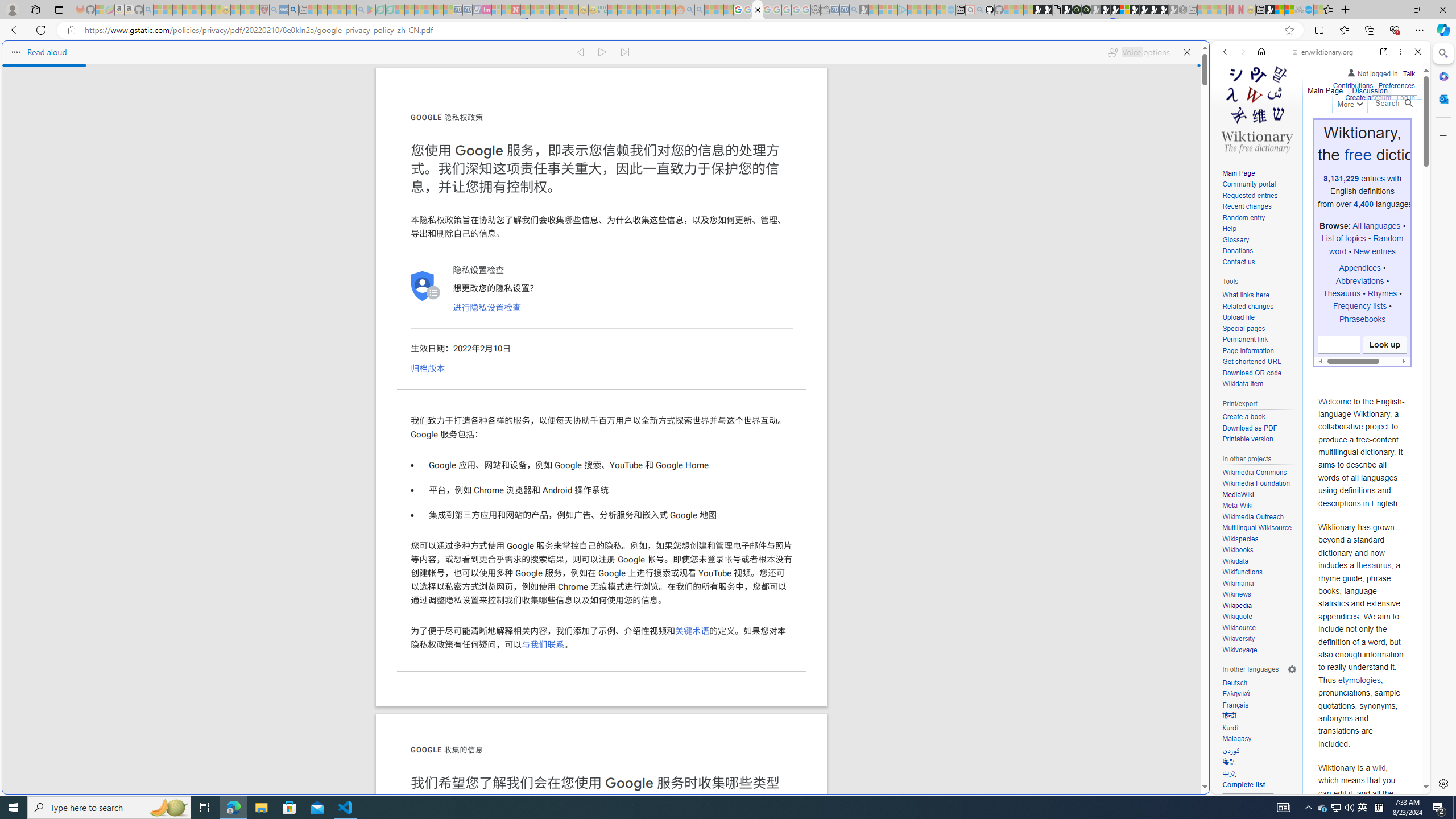 This screenshot has height=819, width=1456. Describe the element at coordinates (1249, 427) in the screenshot. I see `'Download as PDF'` at that location.